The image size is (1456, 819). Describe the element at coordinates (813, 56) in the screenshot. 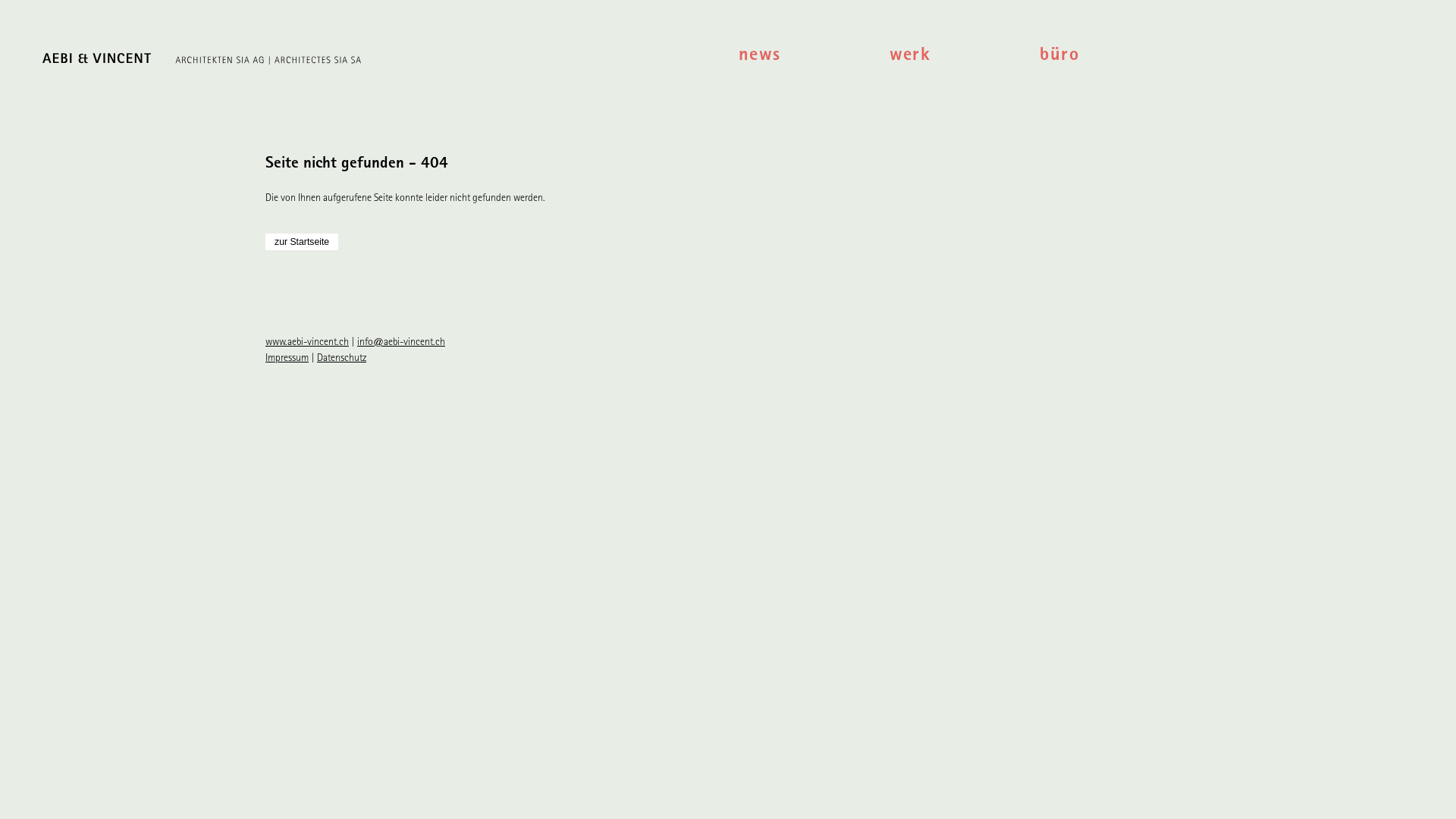

I see `'news'` at that location.